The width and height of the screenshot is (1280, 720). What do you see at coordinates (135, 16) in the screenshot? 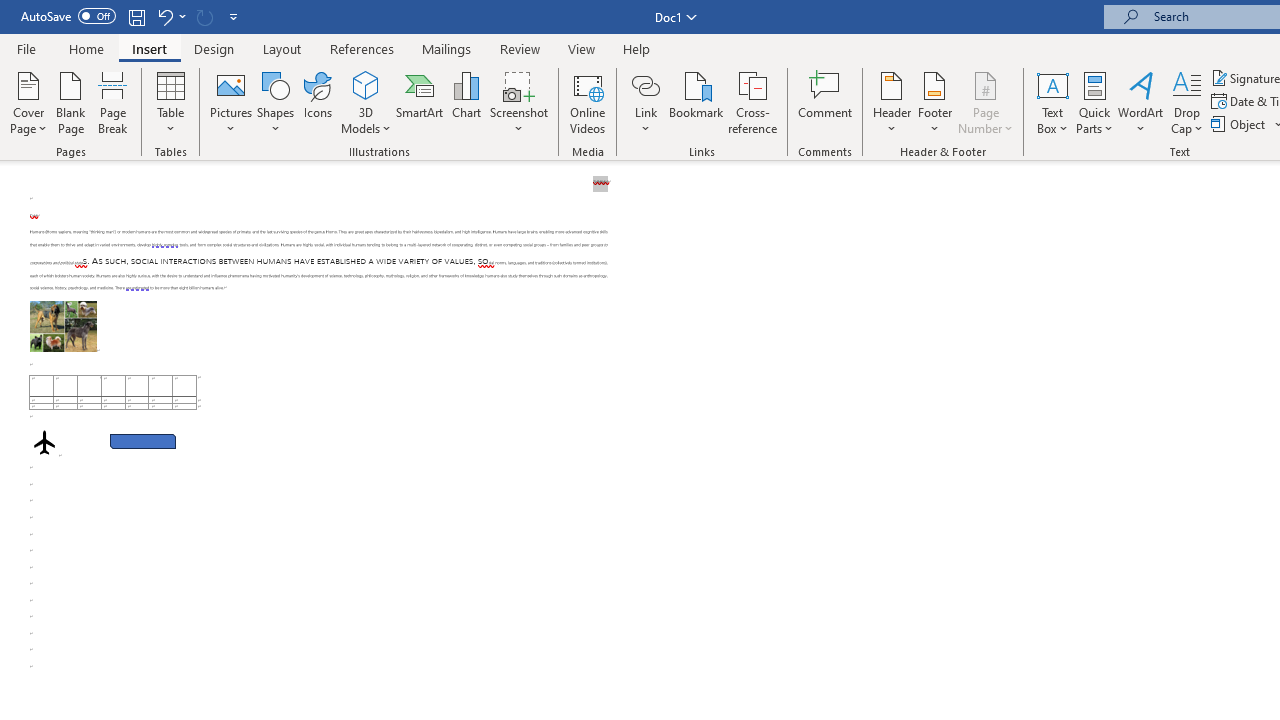
I see `'Save'` at bounding box center [135, 16].